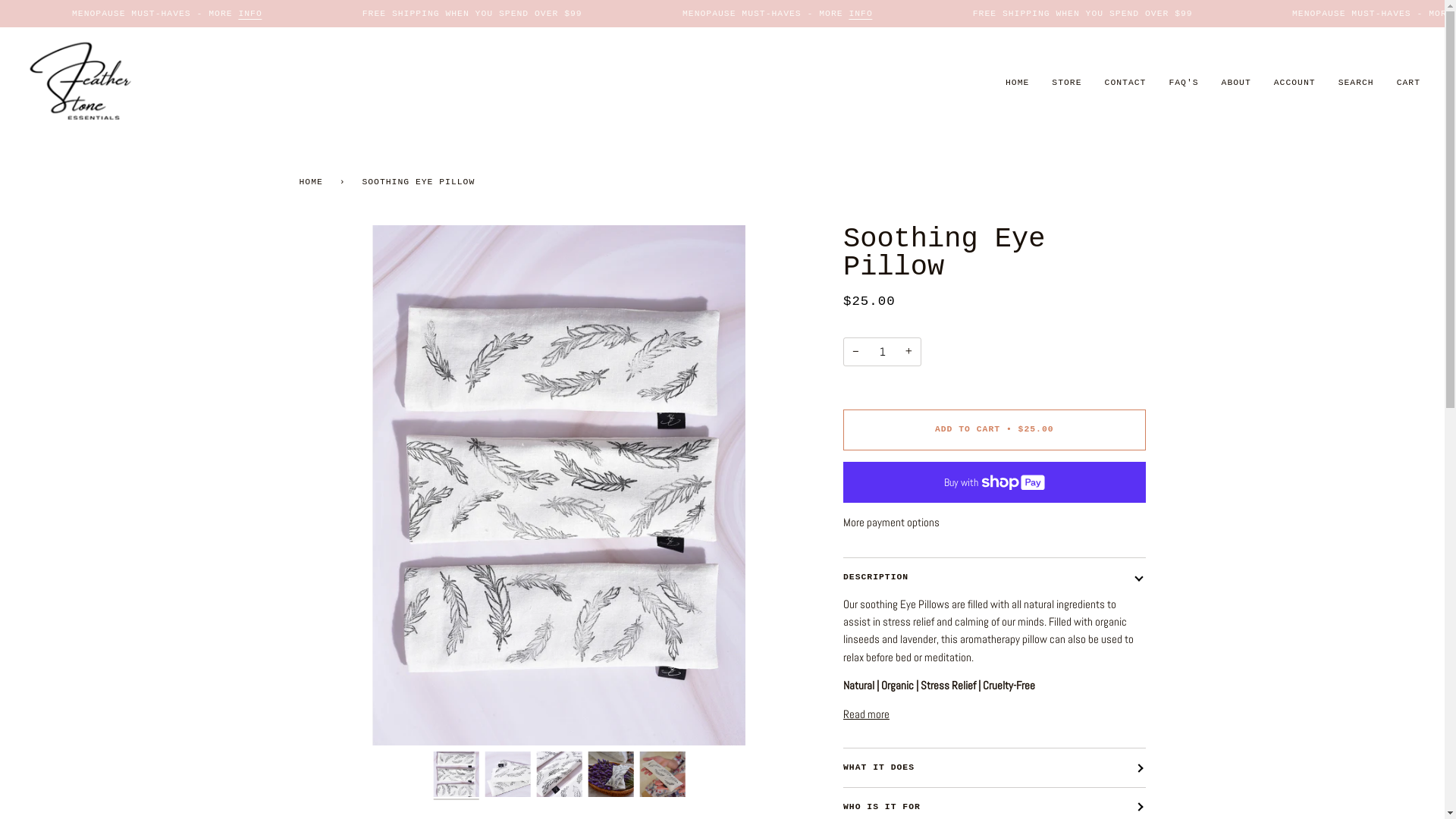 Image resolution: width=1456 pixels, height=819 pixels. Describe the element at coordinates (866, 714) in the screenshot. I see `'Read more'` at that location.